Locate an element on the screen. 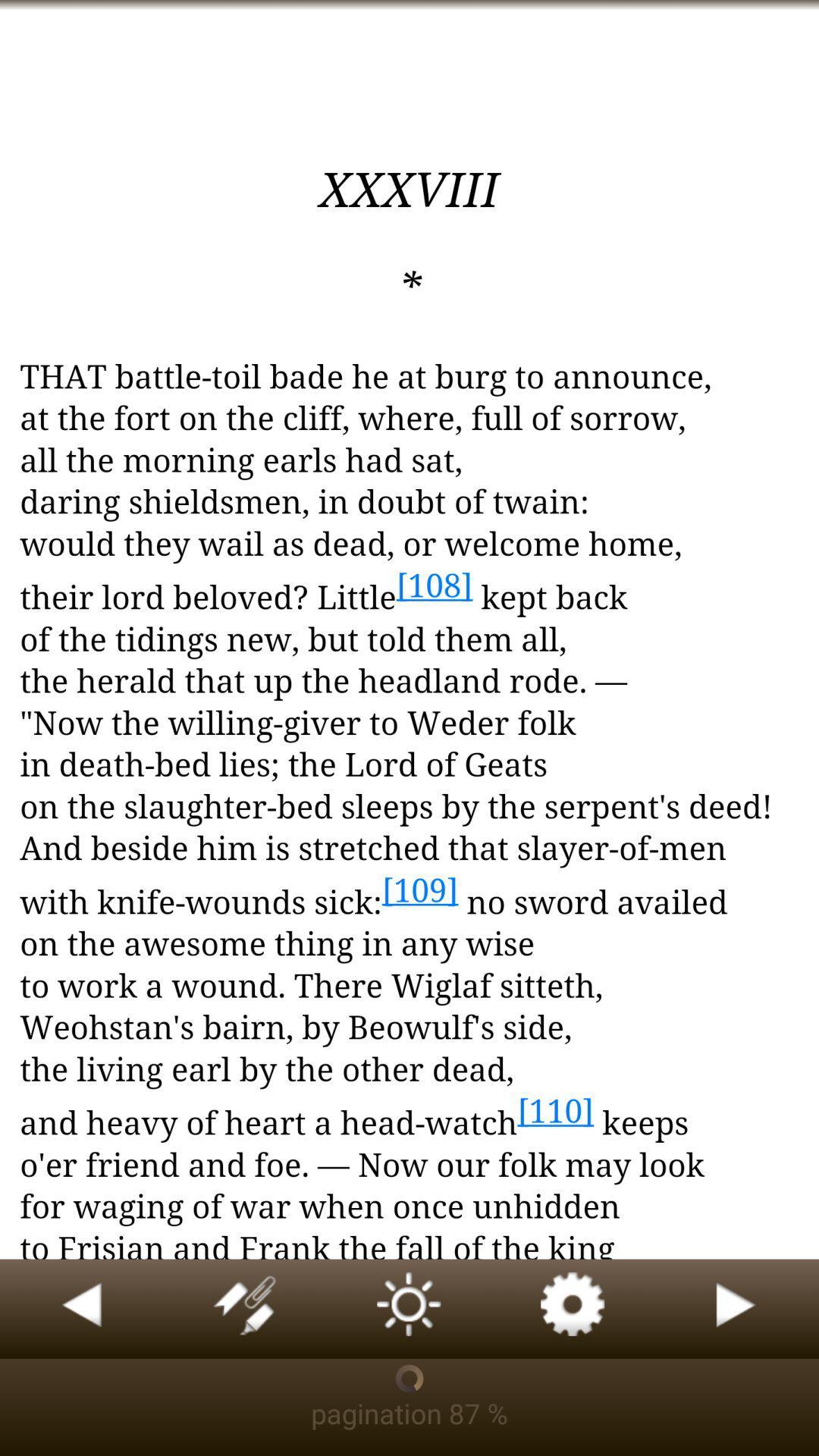 Image resolution: width=819 pixels, height=1456 pixels. previous is located at coordinates (82, 1308).